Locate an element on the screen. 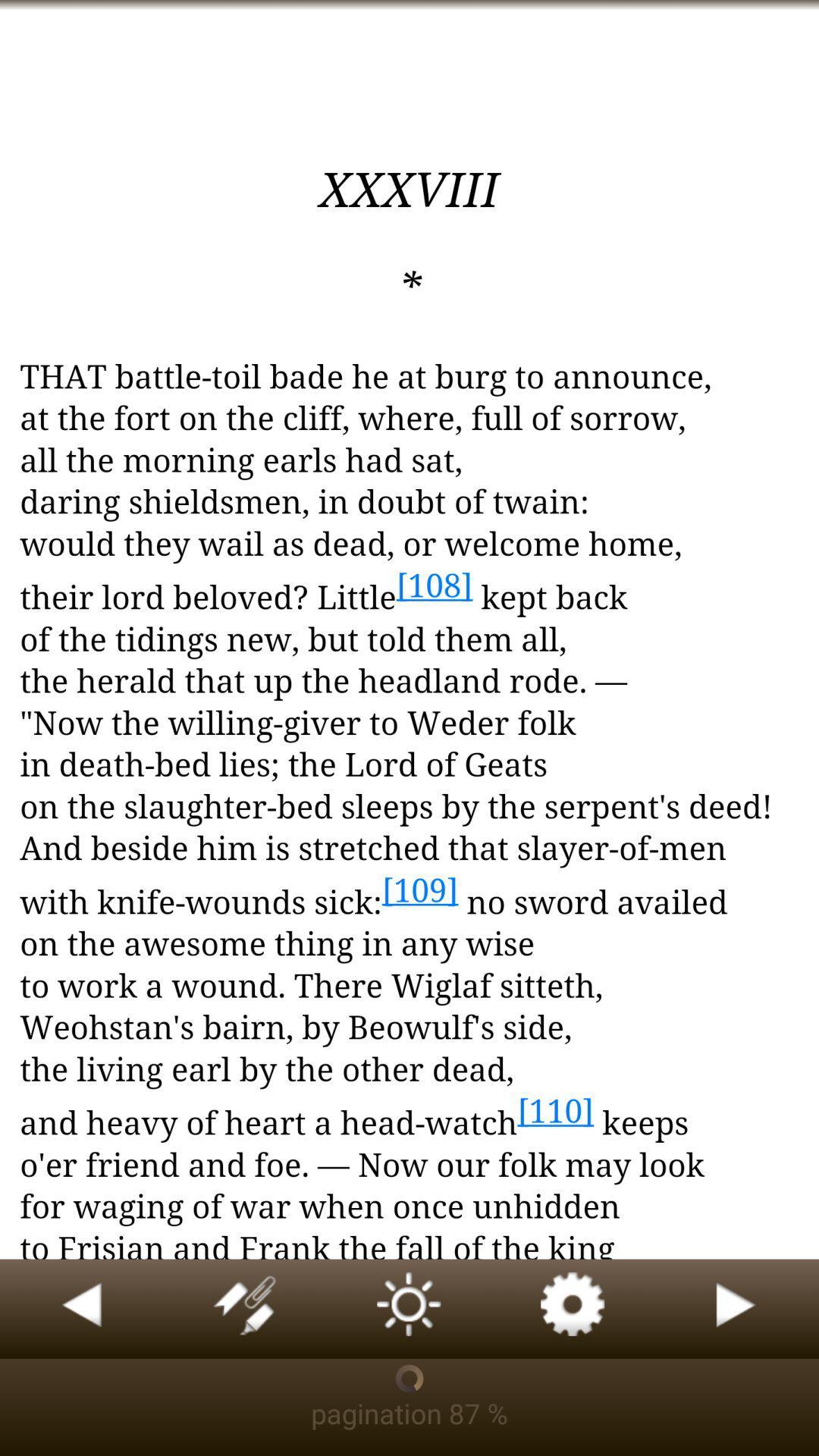 Image resolution: width=819 pixels, height=1456 pixels. previous is located at coordinates (82, 1308).